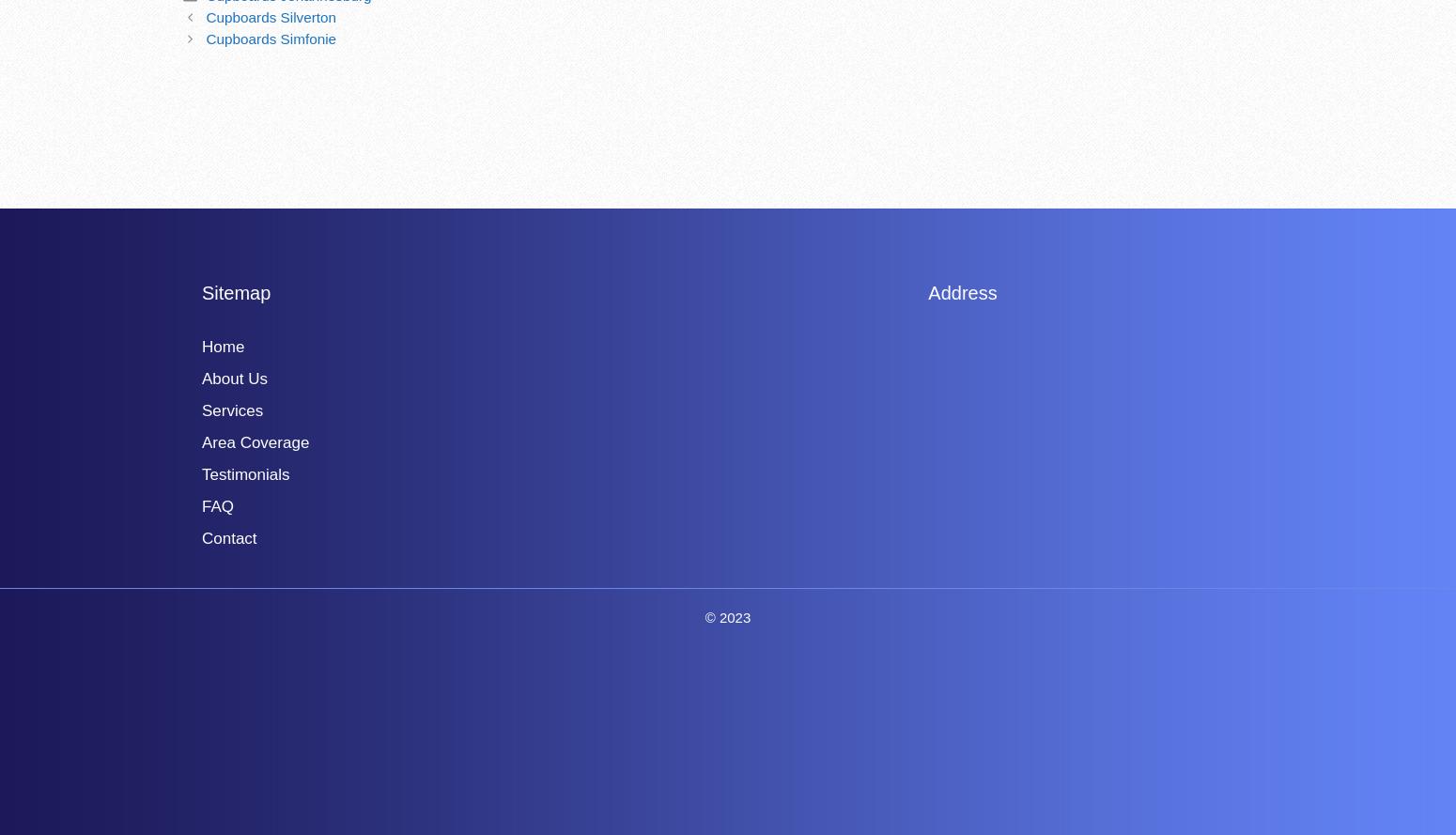  I want to click on 'Sitemap', so click(200, 291).